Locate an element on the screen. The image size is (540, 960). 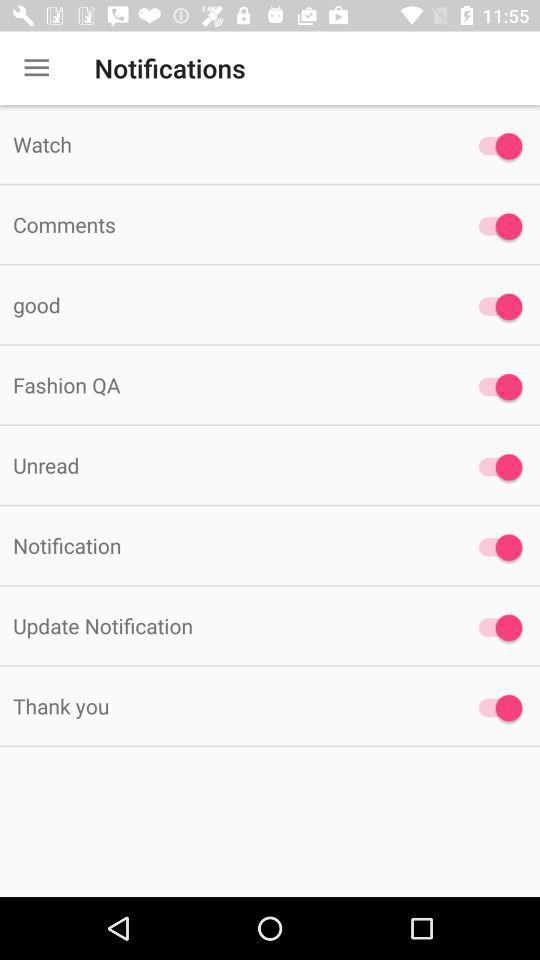
comments option is located at coordinates (494, 226).